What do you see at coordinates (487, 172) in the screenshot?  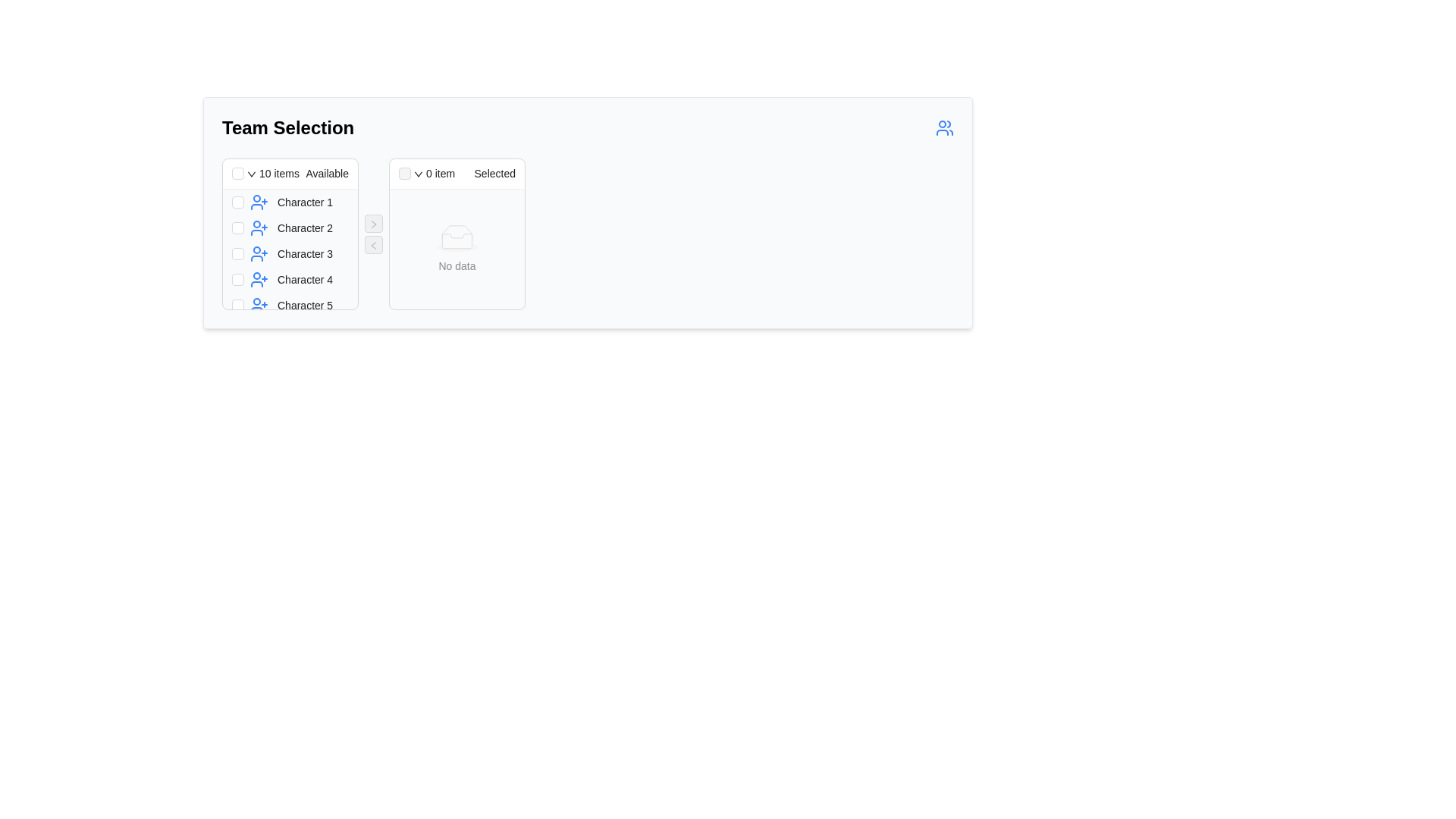 I see `the informational Text label indicating 'Selected' in the header of the right section of the 'Team Selection' interface` at bounding box center [487, 172].